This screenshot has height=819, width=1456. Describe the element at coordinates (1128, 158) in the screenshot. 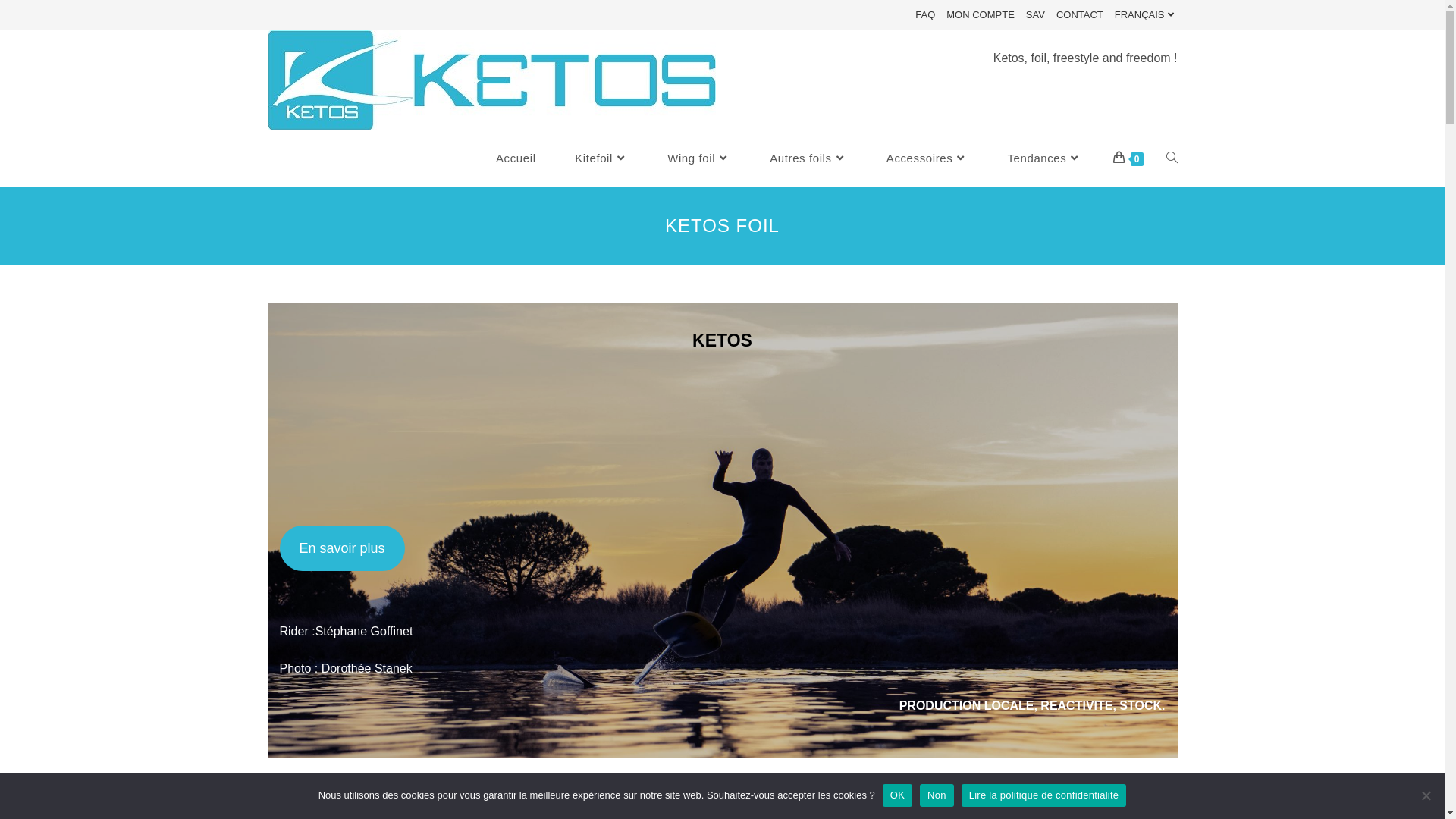

I see `'0'` at that location.